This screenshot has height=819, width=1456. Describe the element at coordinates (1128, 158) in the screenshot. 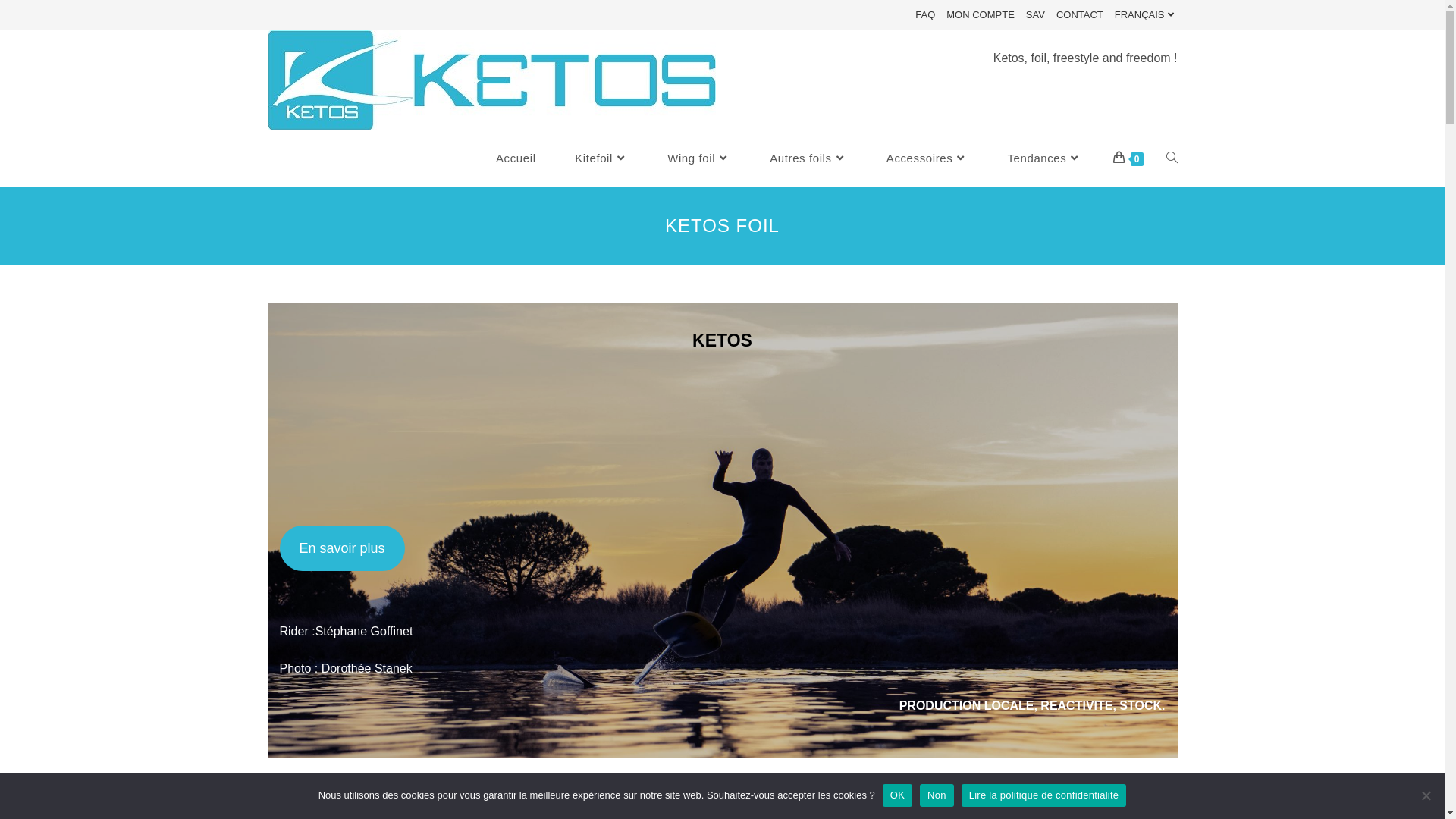

I see `'0'` at that location.